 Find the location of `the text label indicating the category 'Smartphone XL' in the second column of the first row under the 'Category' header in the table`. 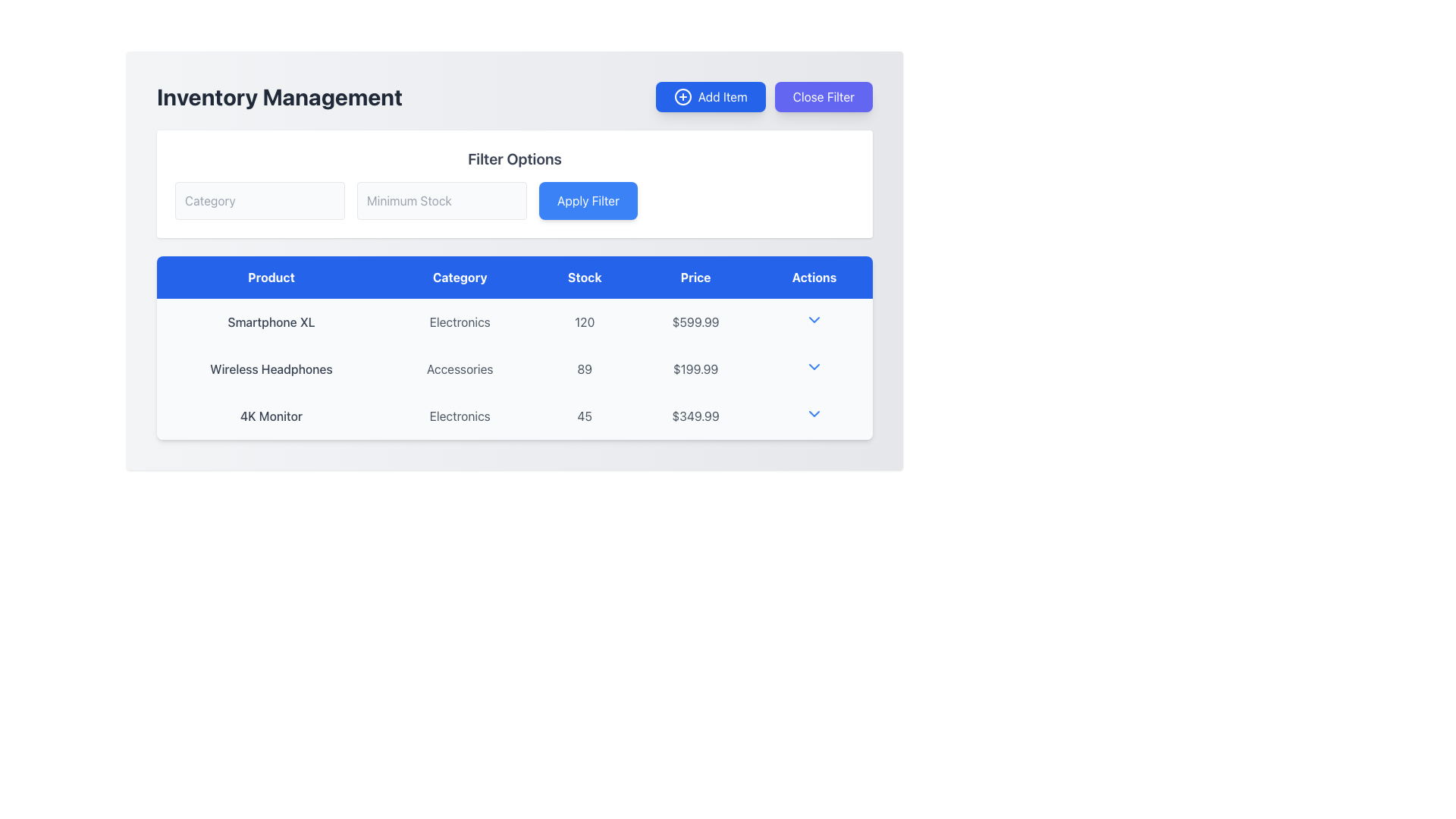

the text label indicating the category 'Smartphone XL' in the second column of the first row under the 'Category' header in the table is located at coordinates (459, 321).